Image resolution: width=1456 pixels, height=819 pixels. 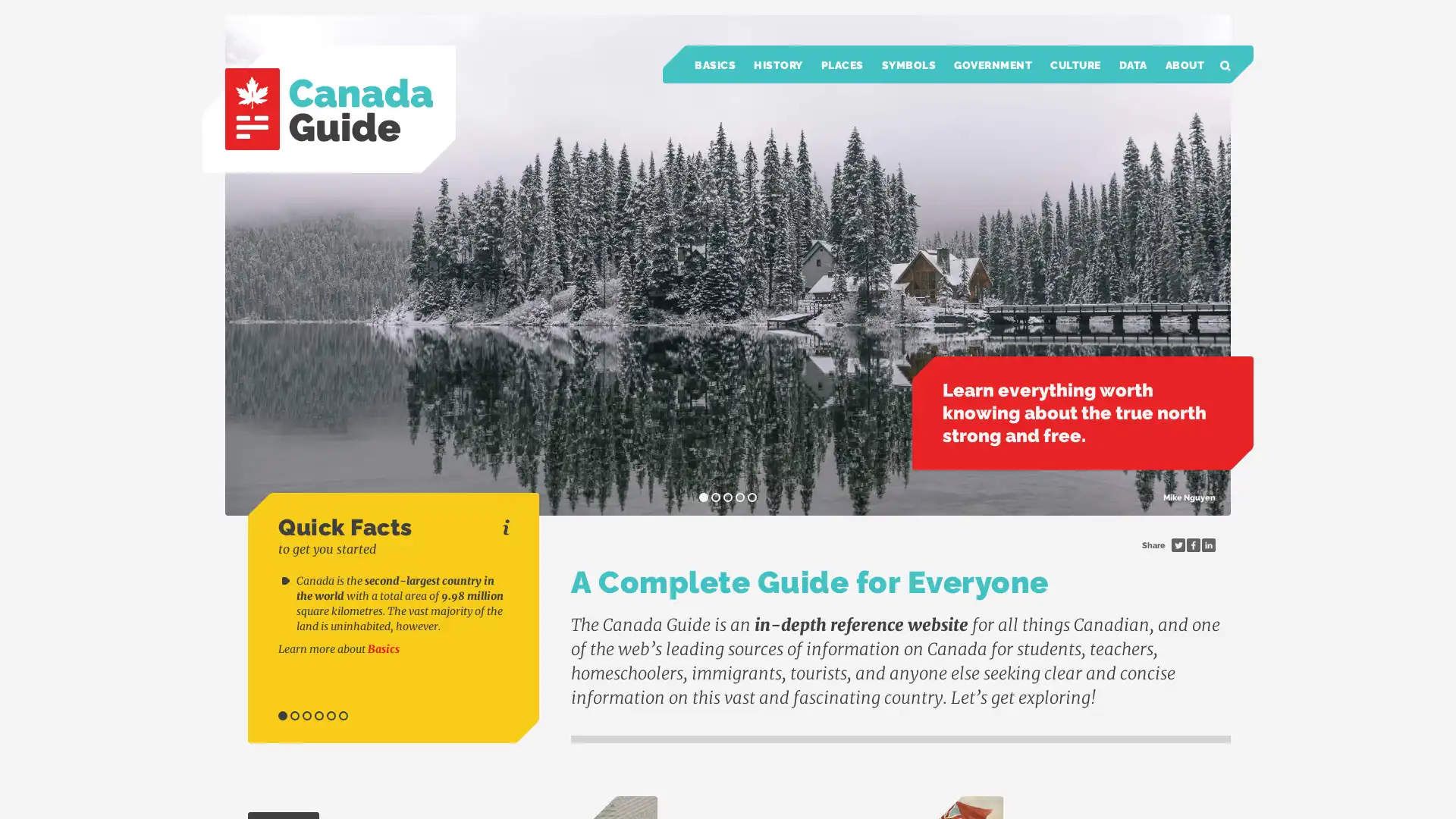 What do you see at coordinates (715, 497) in the screenshot?
I see `Go to slide 2` at bounding box center [715, 497].